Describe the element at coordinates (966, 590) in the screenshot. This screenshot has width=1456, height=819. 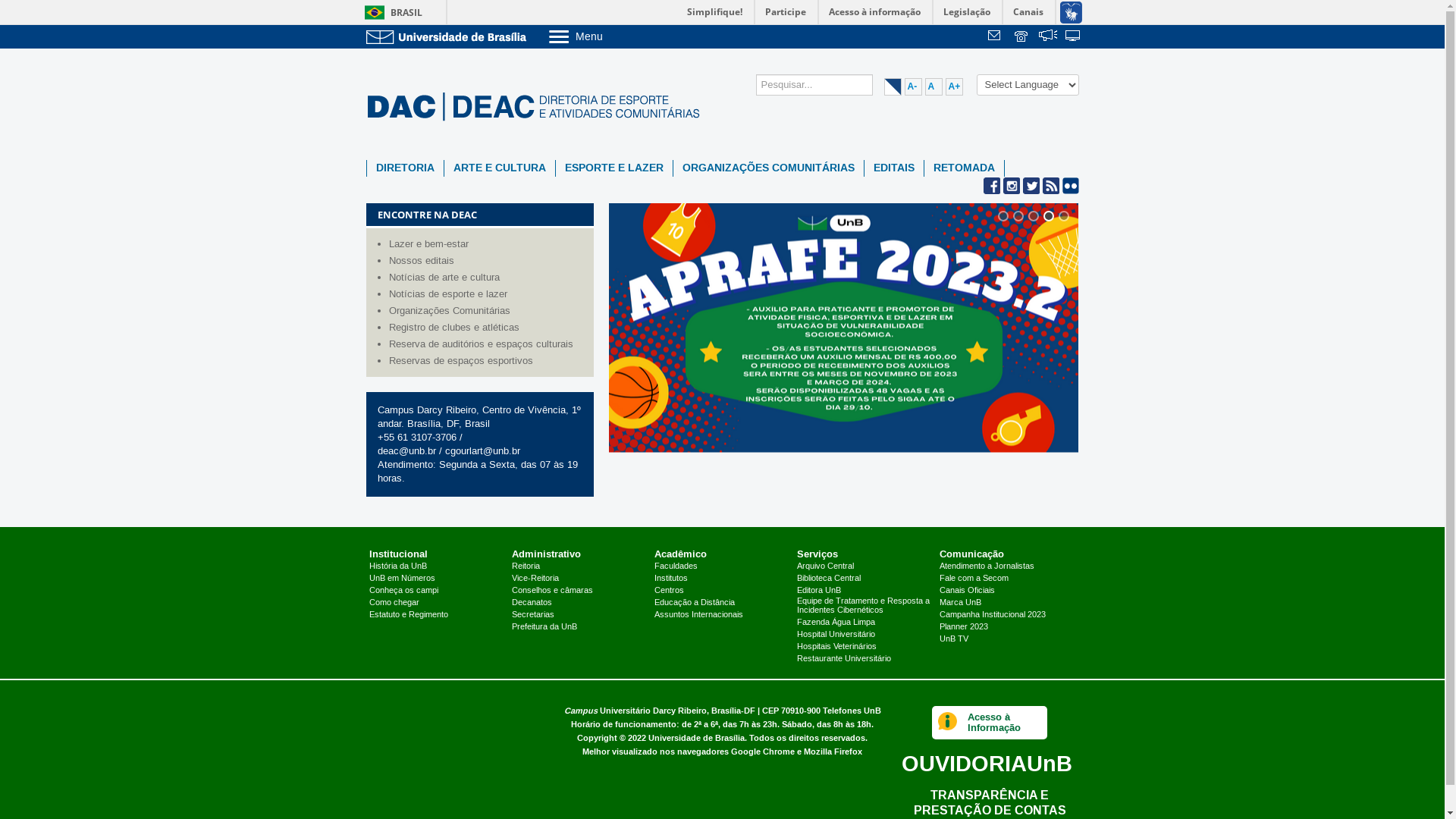
I see `'Canais Oficiais'` at that location.